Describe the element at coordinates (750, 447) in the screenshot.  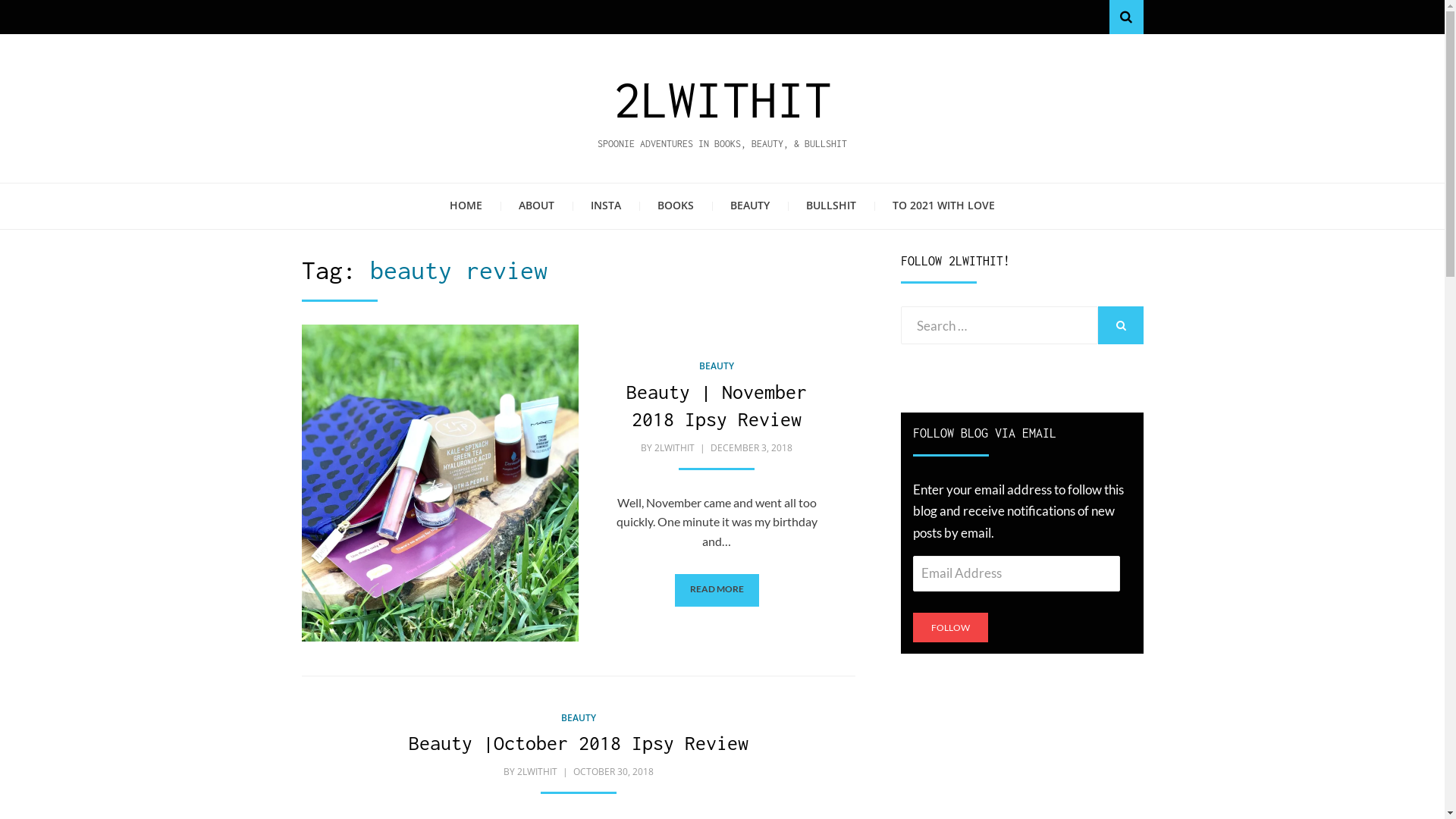
I see `'DECEMBER 3, 2018'` at that location.